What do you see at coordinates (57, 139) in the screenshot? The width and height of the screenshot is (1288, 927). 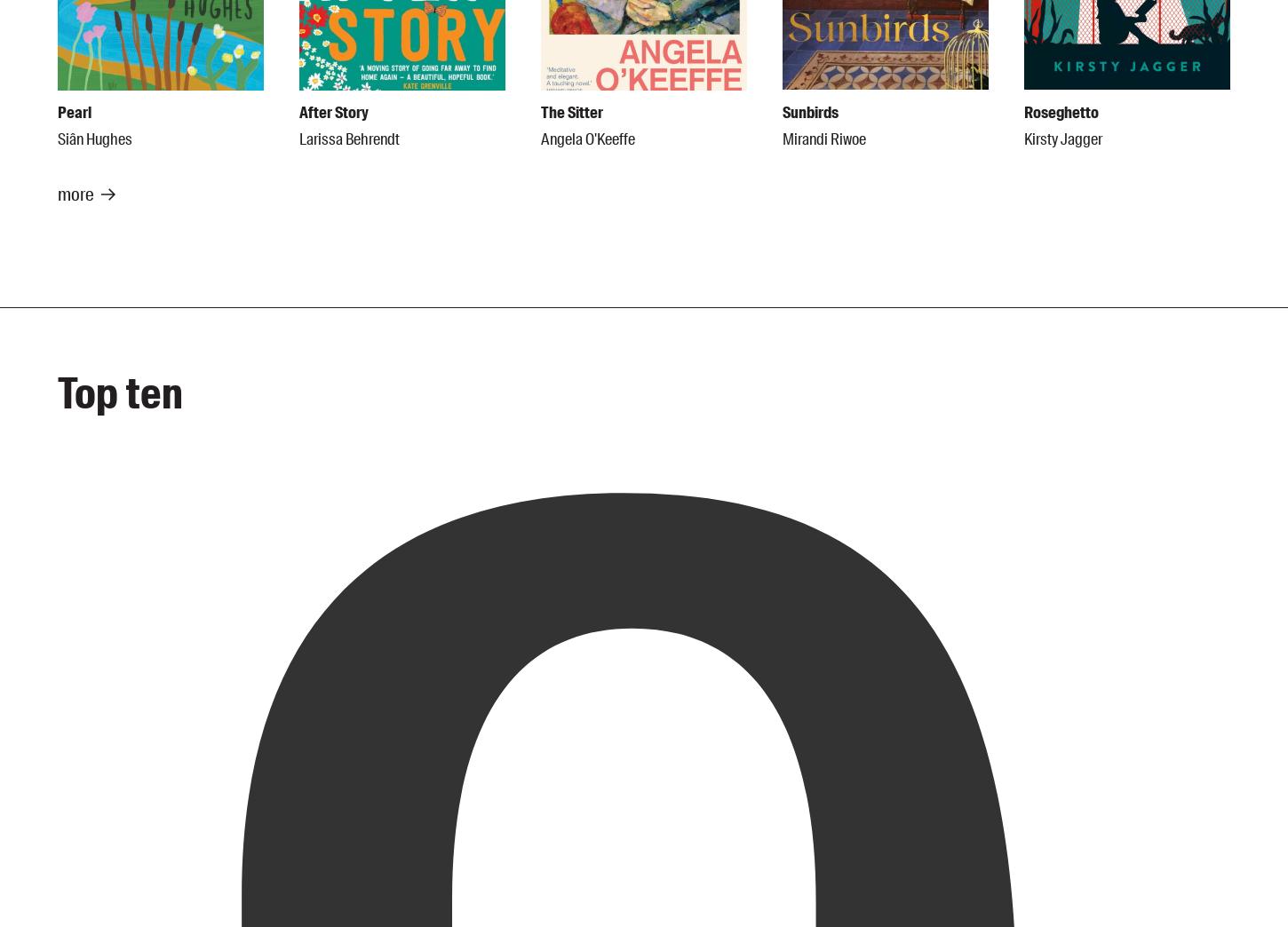 I see `'Siân Hughes'` at bounding box center [57, 139].